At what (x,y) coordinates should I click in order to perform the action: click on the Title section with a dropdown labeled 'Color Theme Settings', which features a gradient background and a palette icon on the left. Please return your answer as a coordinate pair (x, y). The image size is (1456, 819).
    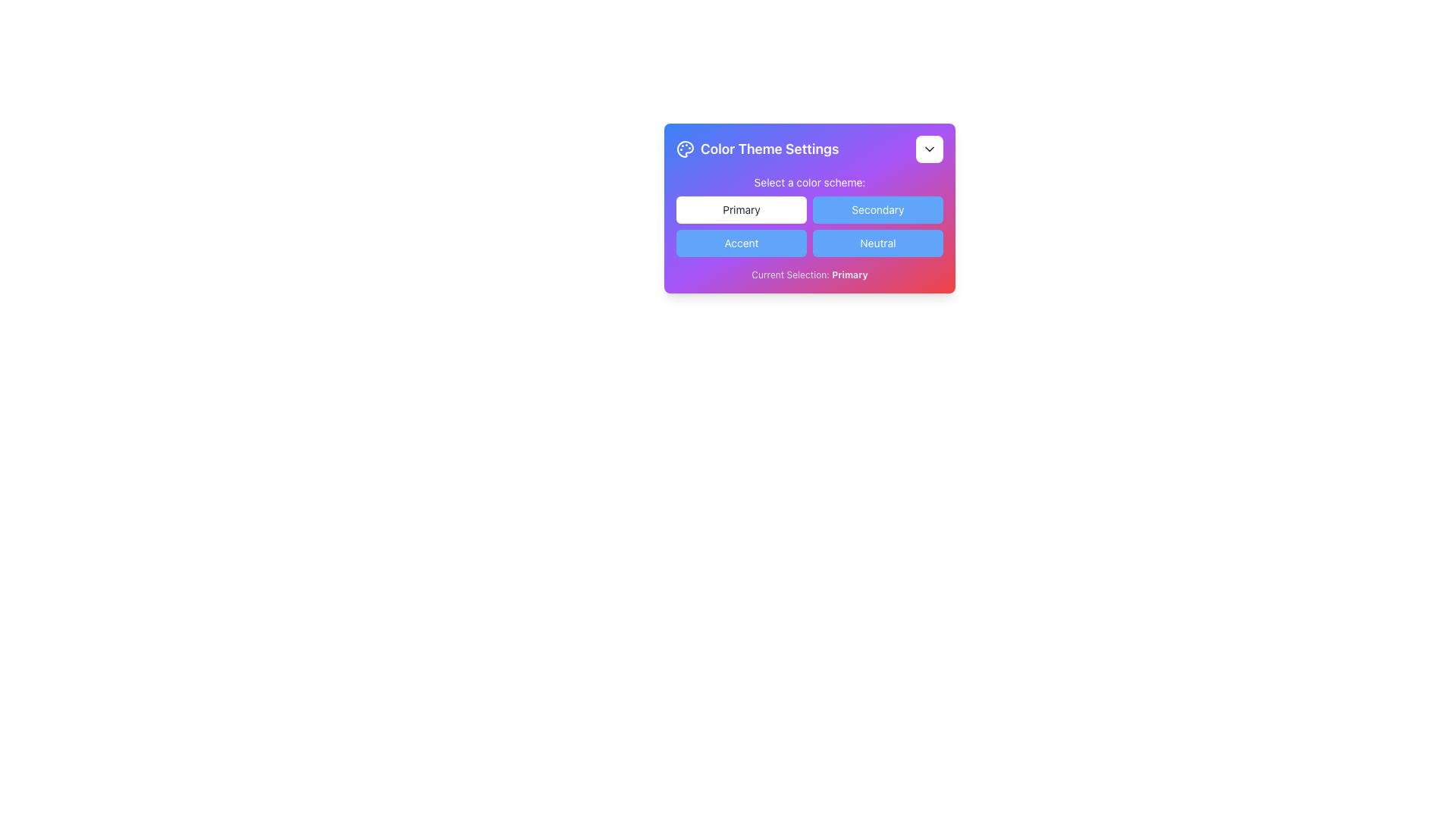
    Looking at the image, I should click on (809, 149).